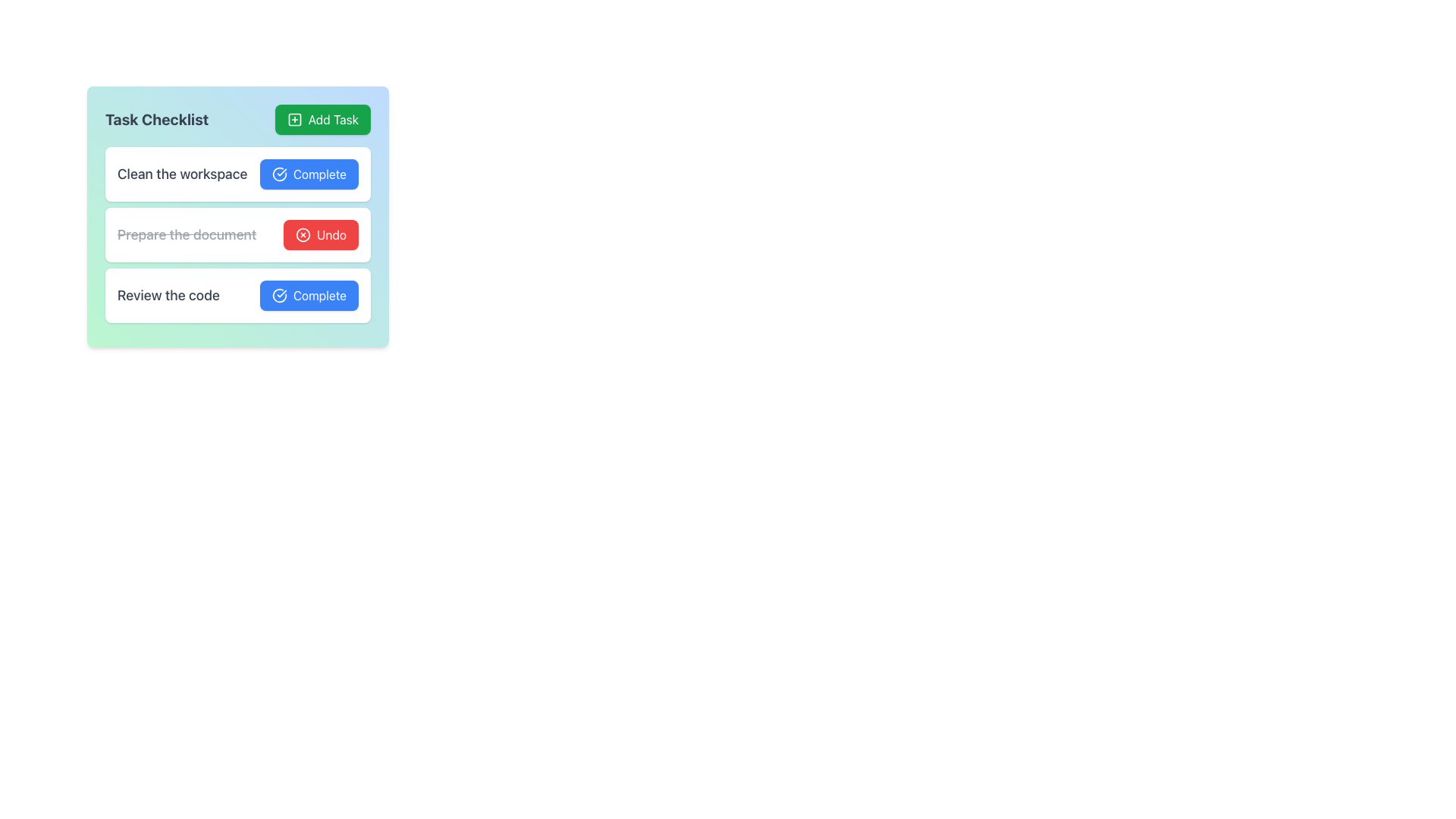 The height and width of the screenshot is (819, 1456). What do you see at coordinates (237, 234) in the screenshot?
I see `task text in the Task entry row that contains the strikethrough text 'Prepare the document' and the 'Undo' button` at bounding box center [237, 234].